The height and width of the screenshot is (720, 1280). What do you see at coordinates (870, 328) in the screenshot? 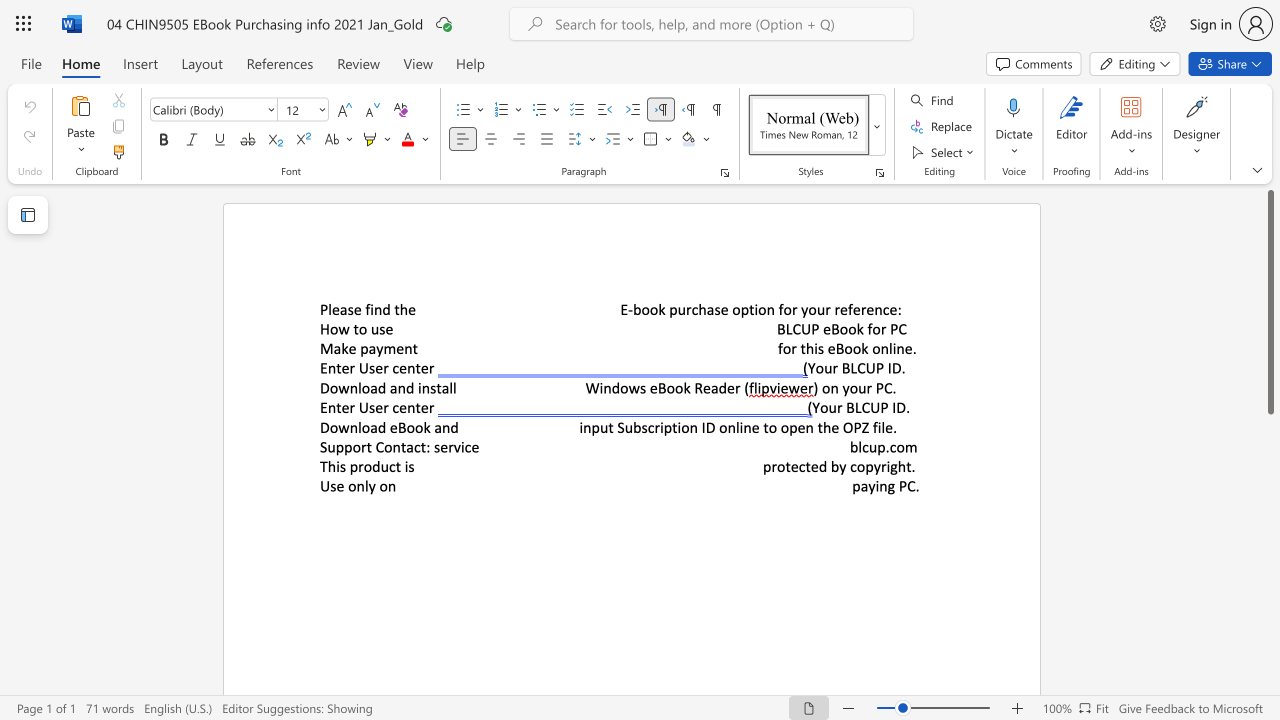
I see `the 1th character "f" in the text` at bounding box center [870, 328].